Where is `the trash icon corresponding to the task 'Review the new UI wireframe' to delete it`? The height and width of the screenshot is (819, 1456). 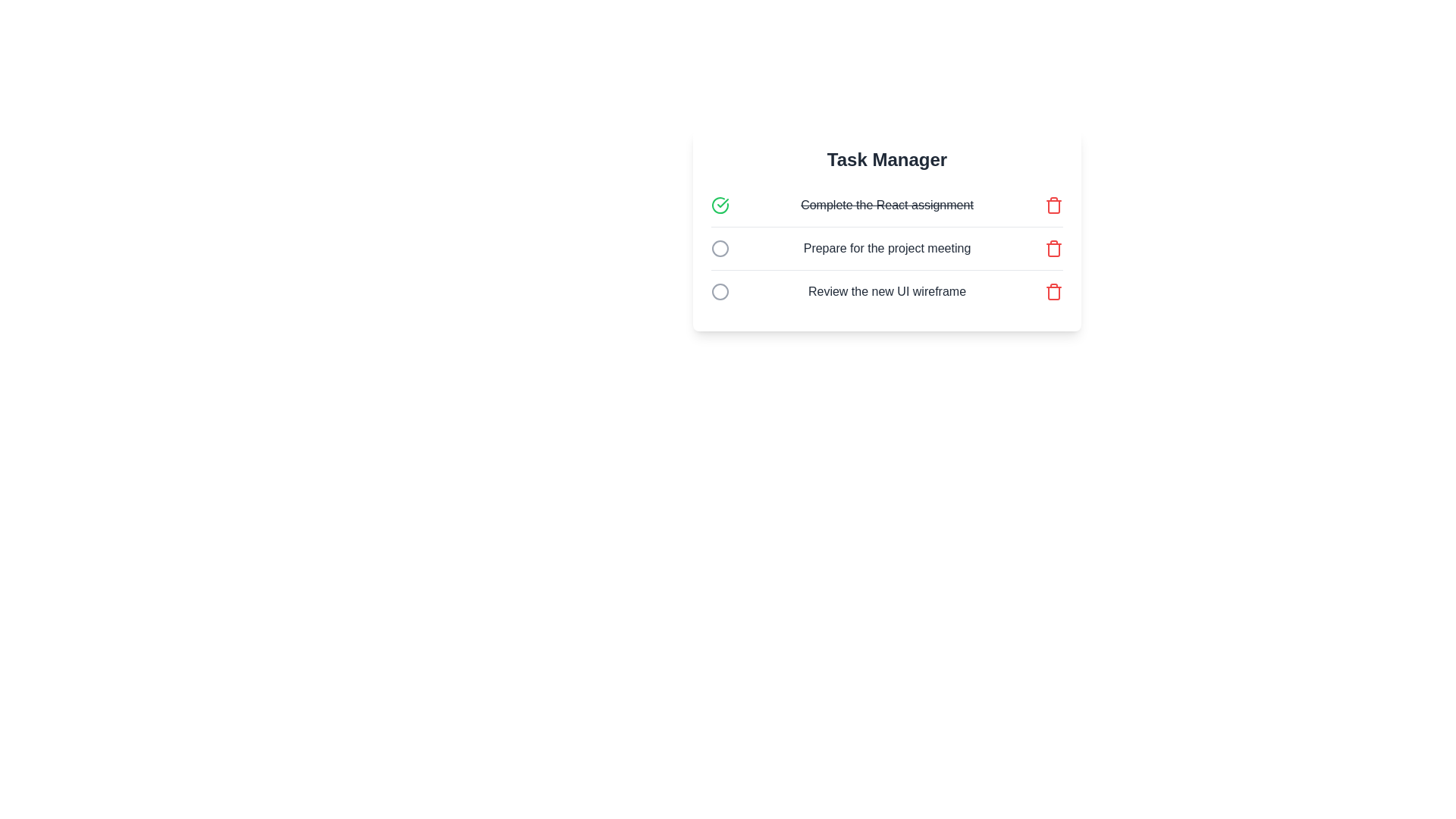
the trash icon corresponding to the task 'Review the new UI wireframe' to delete it is located at coordinates (1053, 292).